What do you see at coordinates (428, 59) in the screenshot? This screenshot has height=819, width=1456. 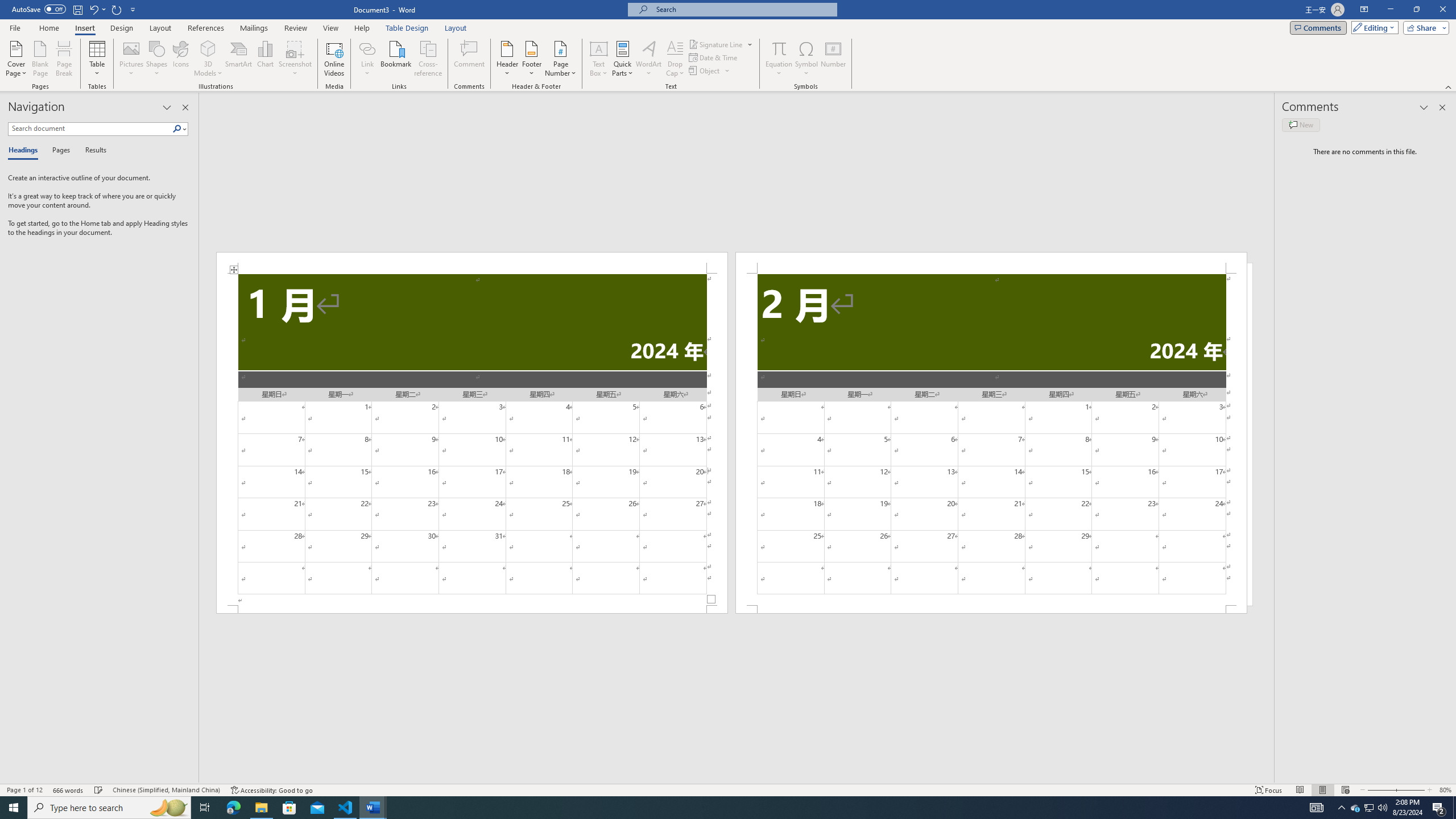 I see `'Cross-reference...'` at bounding box center [428, 59].